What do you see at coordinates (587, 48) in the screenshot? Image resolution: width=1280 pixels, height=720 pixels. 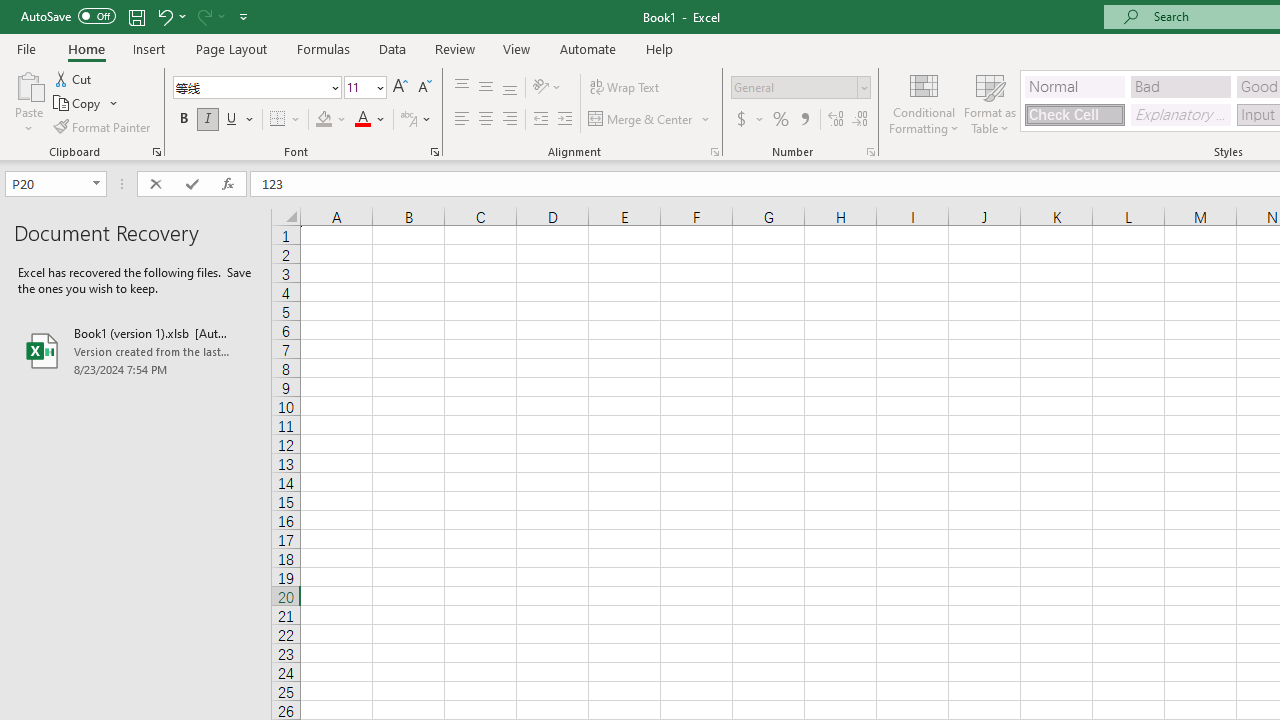 I see `'Automate'` at bounding box center [587, 48].